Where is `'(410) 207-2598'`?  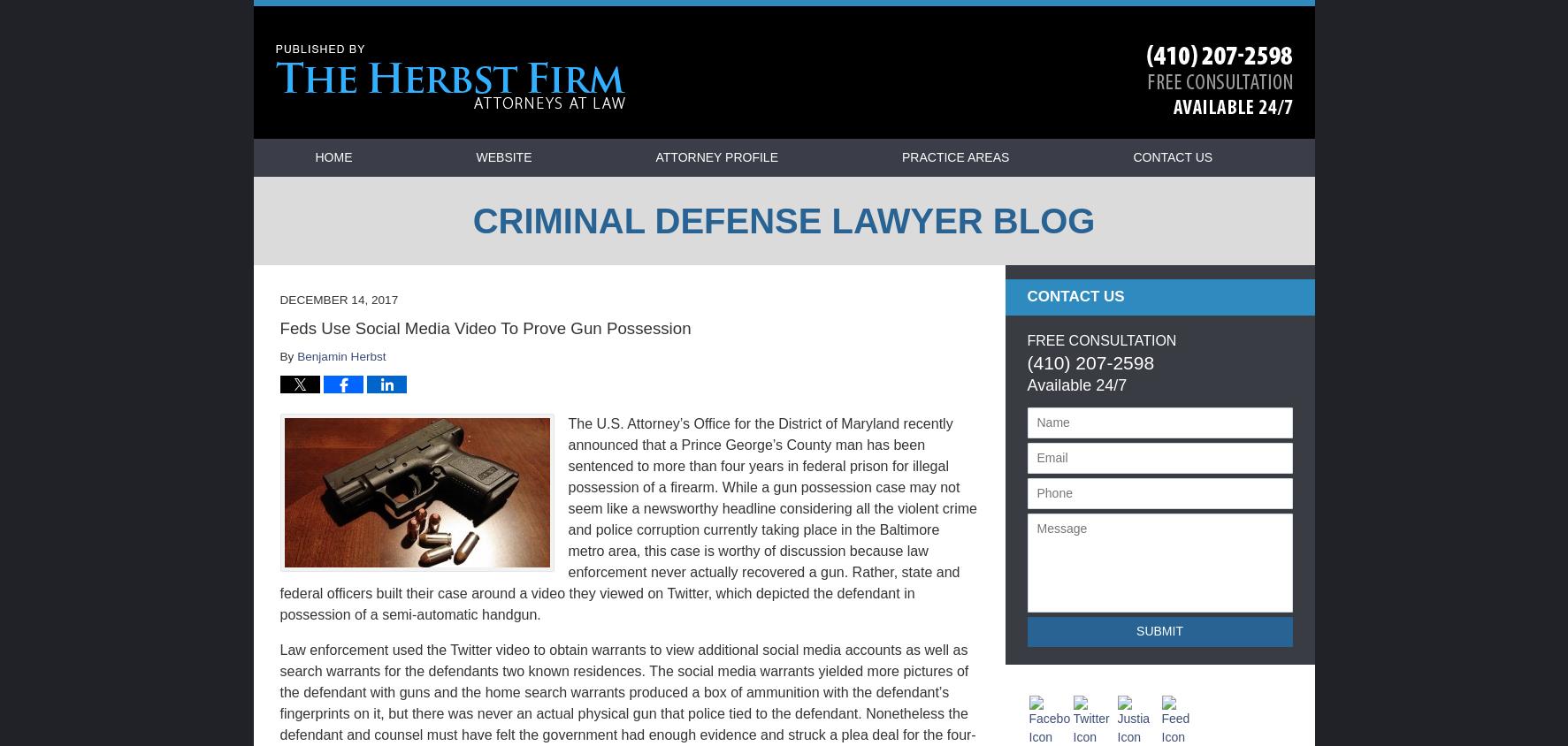 '(410) 207-2598' is located at coordinates (1089, 362).